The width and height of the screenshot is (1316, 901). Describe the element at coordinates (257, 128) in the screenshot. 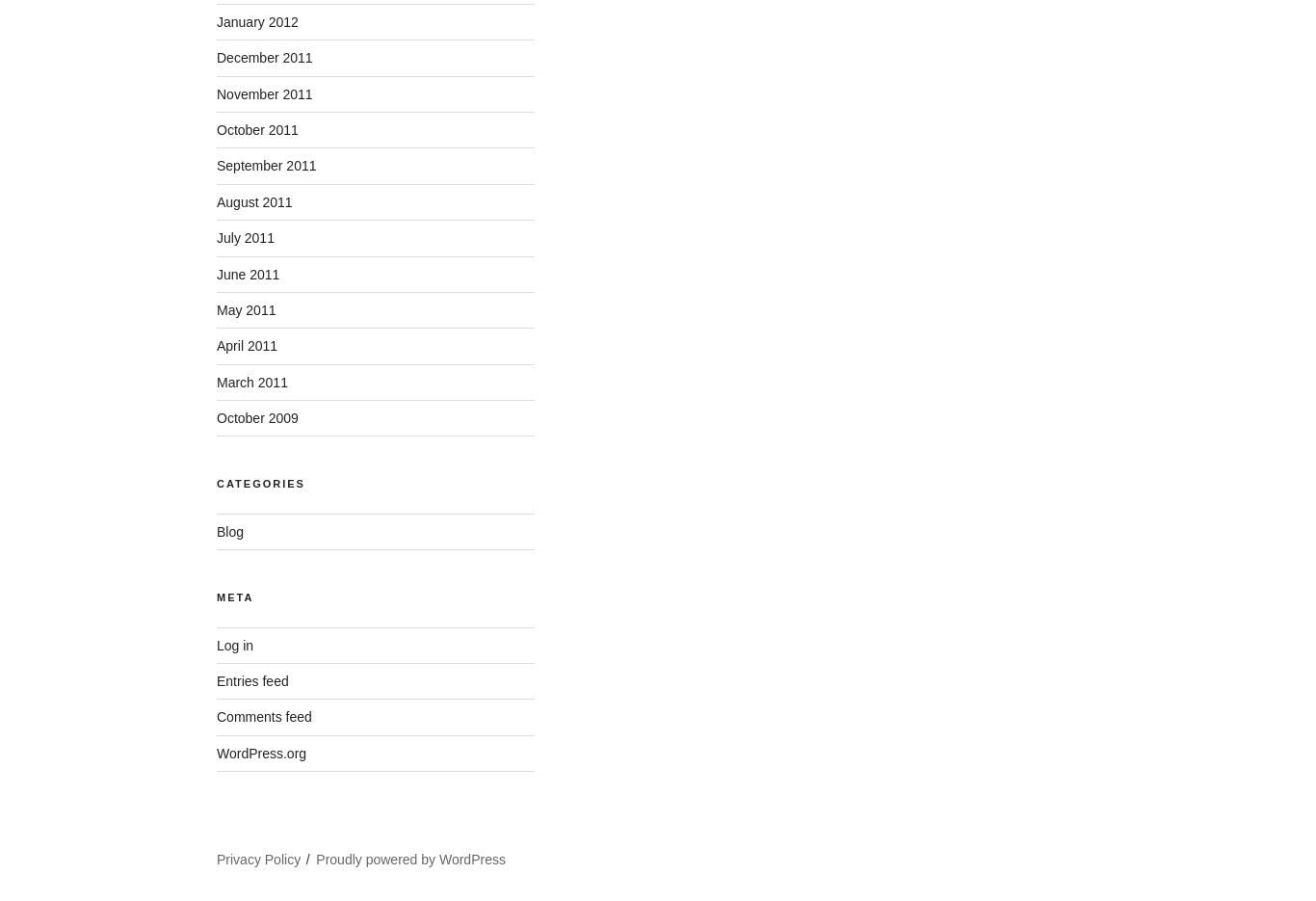

I see `'October 2011'` at that location.